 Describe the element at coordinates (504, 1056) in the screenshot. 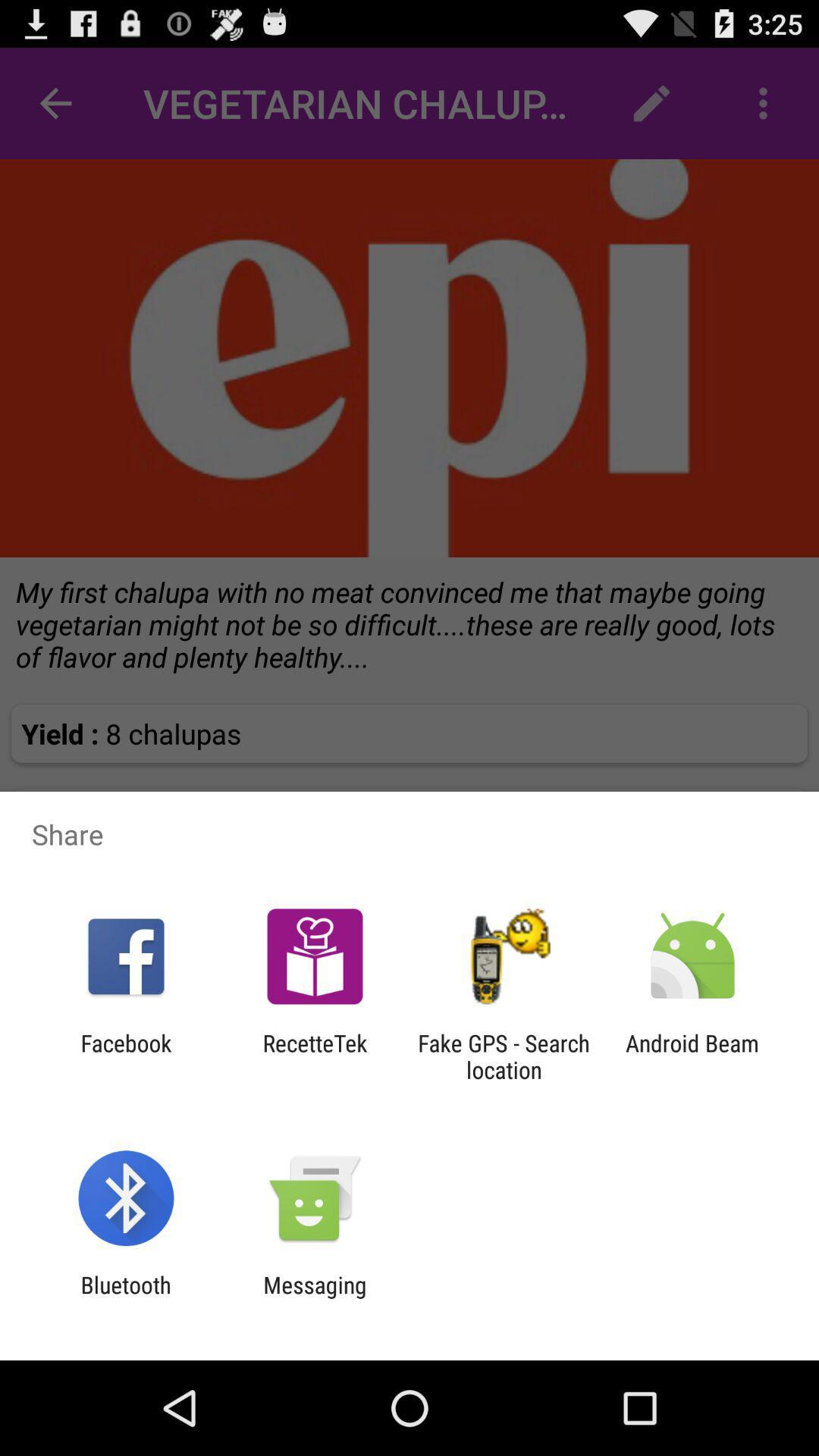

I see `app to the left of android beam app` at that location.